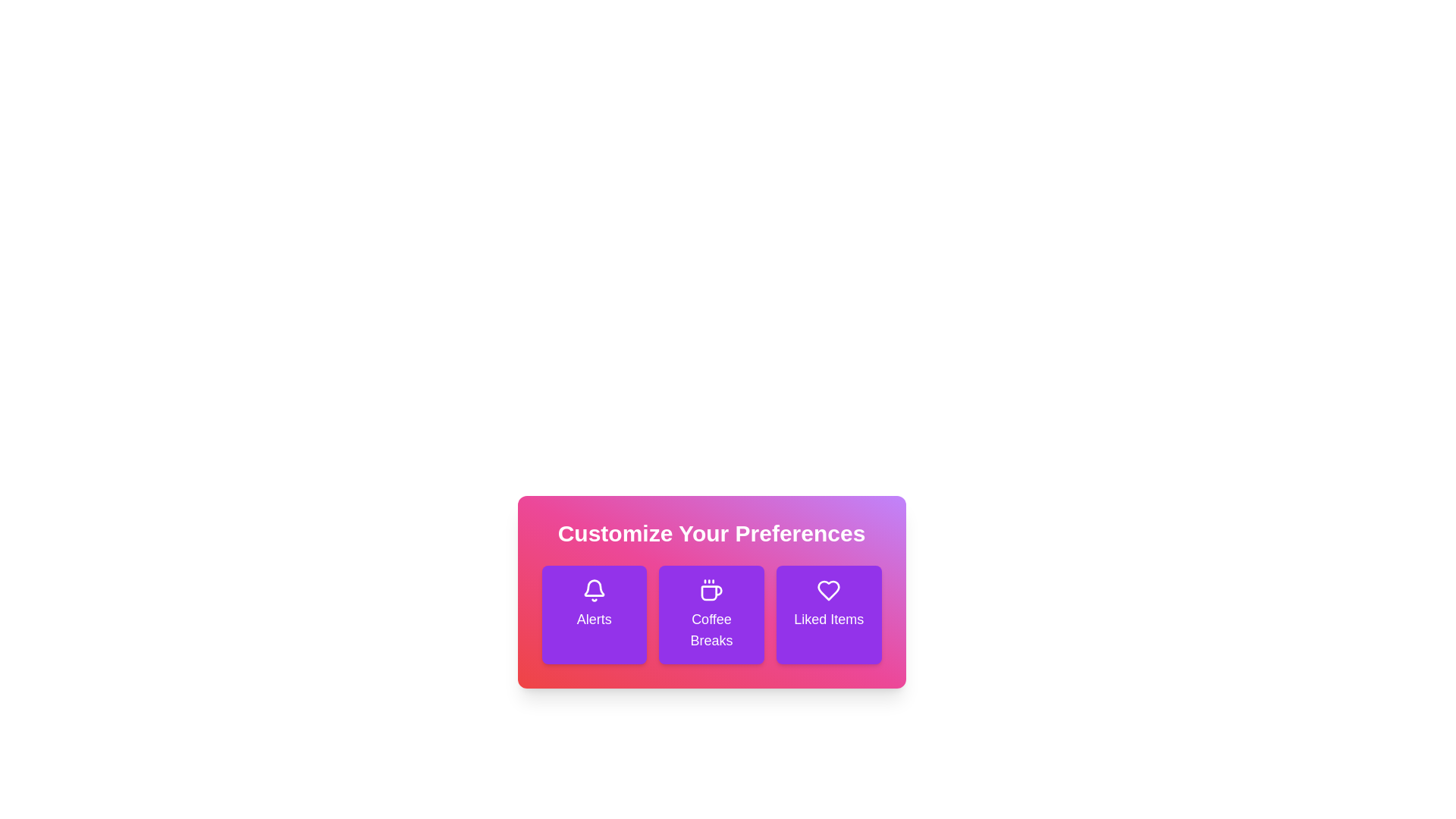  What do you see at coordinates (828, 614) in the screenshot?
I see `the 'Liked Items' button, which is the rightmost button in a horizontal grid of three buttons` at bounding box center [828, 614].